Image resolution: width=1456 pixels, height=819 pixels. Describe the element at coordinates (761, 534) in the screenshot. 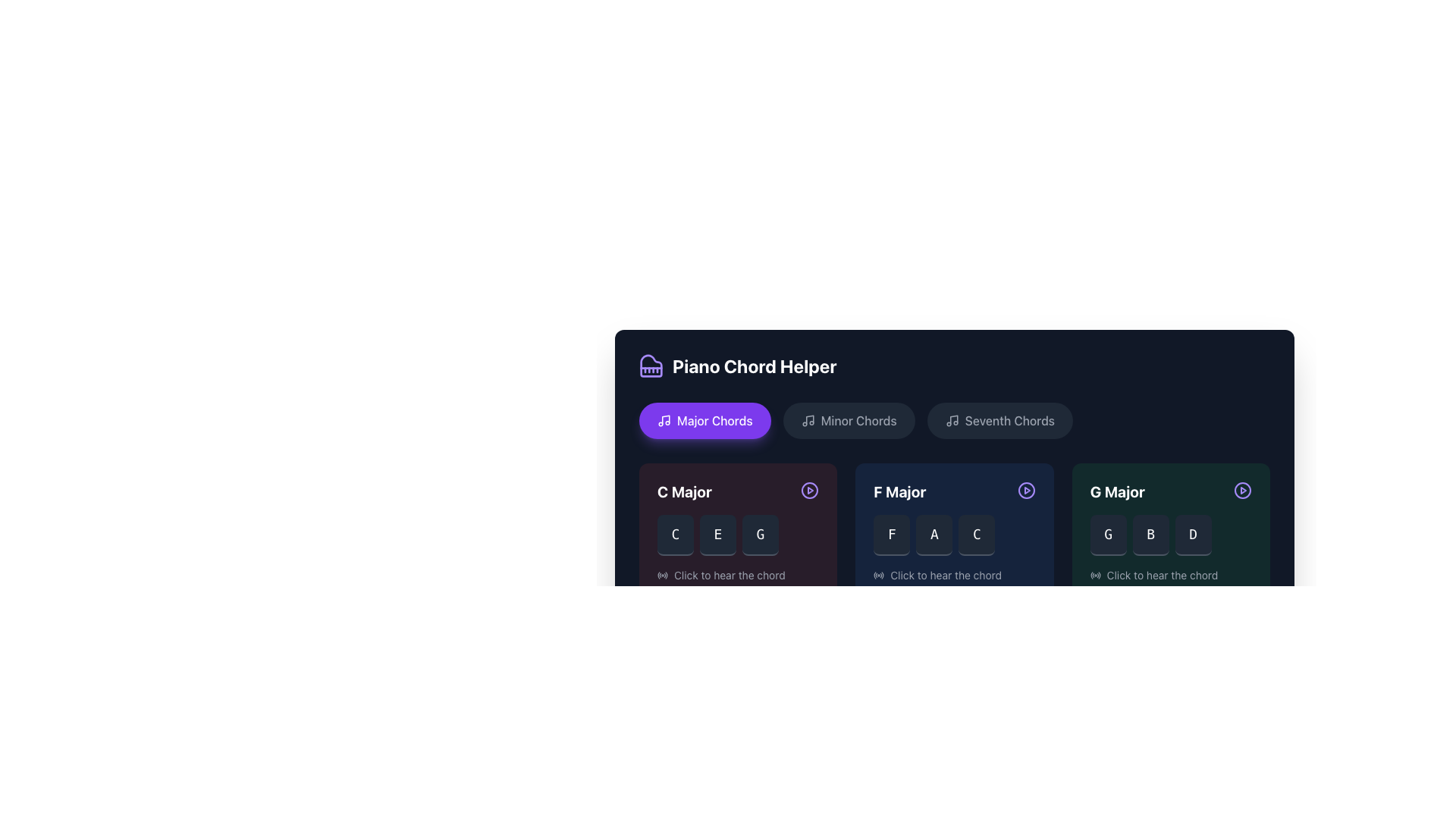

I see `the non-interactive button displaying the letter 'G' in the C Major panel, which is the third button in a horizontal group of three buttons` at that location.